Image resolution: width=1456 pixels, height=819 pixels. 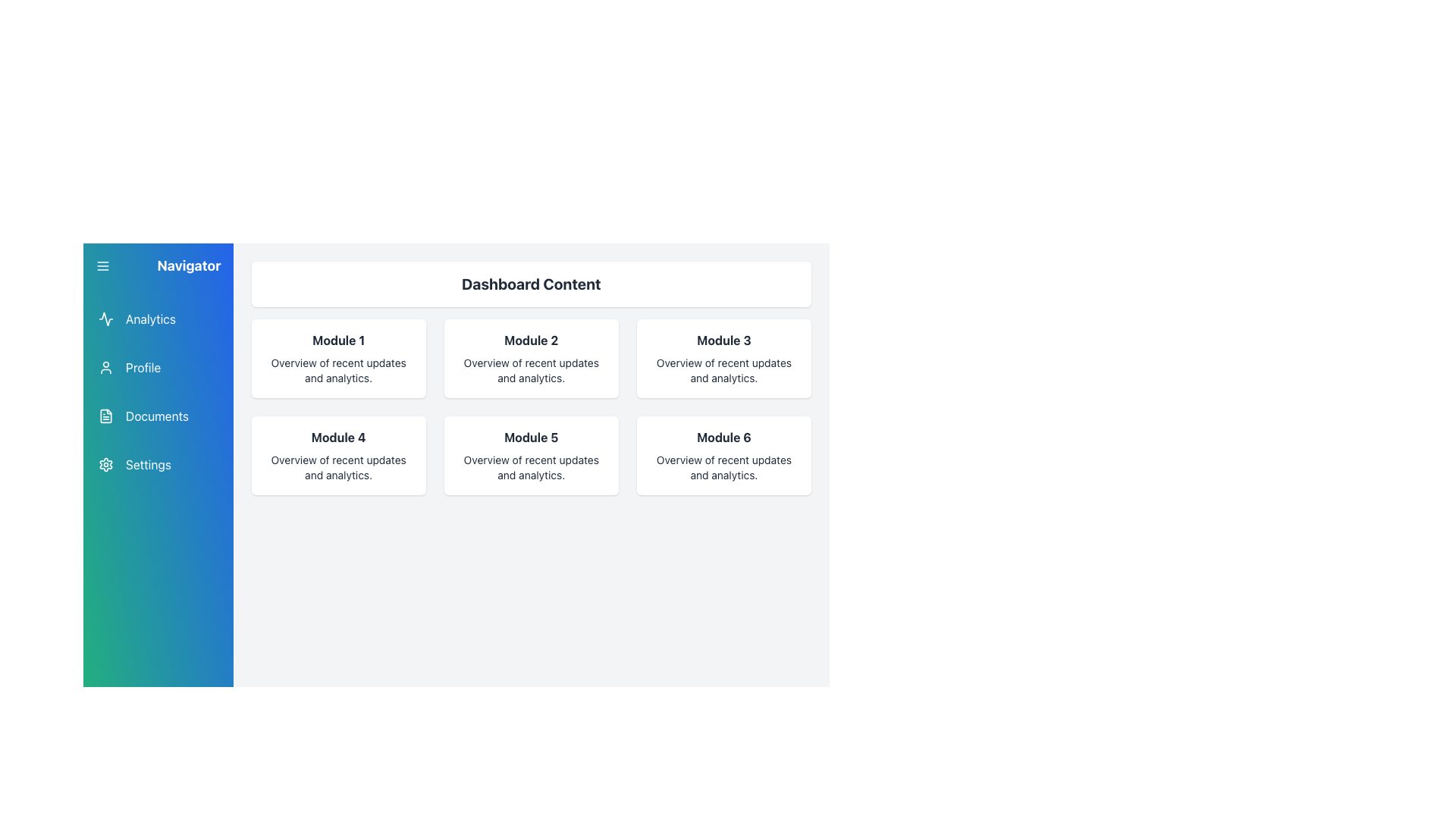 I want to click on the static text element labeled 'Module 6', which is styled in bold and located in the bottom-right position of a grid layout, above the subtitle 'Overview of recent updates and analytics', so click(x=723, y=438).